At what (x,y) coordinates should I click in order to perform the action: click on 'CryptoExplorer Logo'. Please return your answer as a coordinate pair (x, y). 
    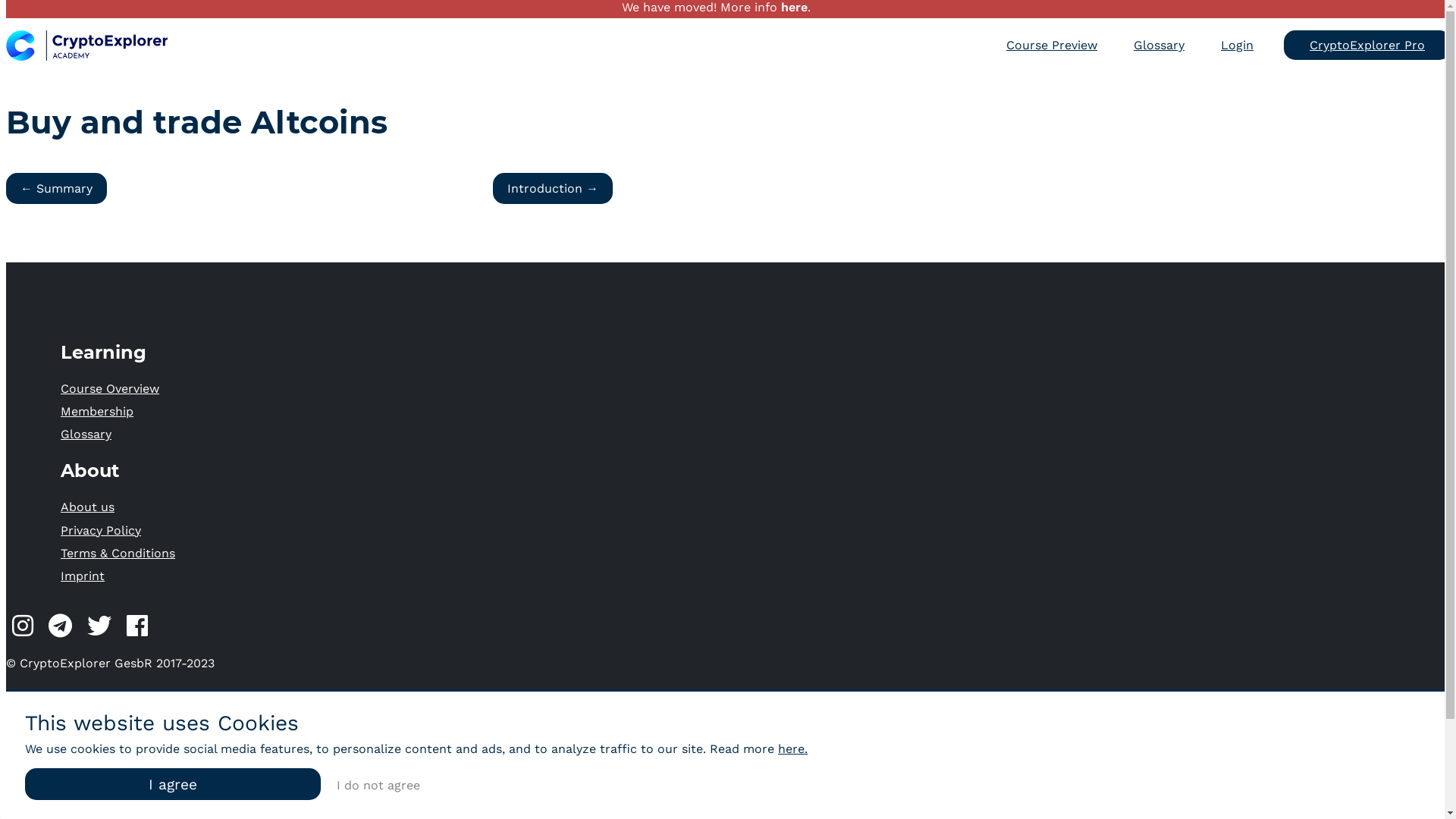
    Looking at the image, I should click on (86, 45).